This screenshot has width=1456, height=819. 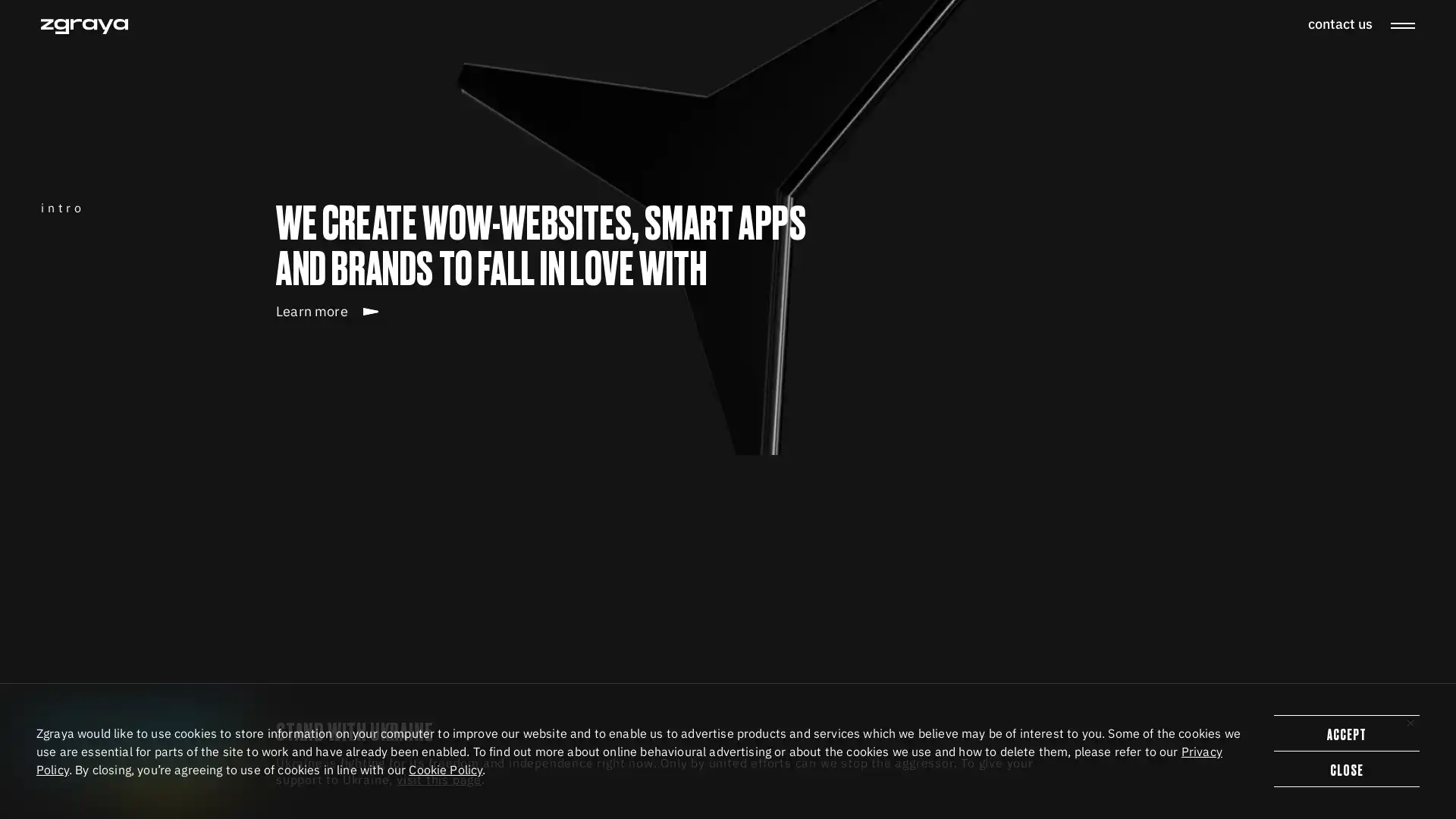 I want to click on contat us, so click(x=1340, y=24).